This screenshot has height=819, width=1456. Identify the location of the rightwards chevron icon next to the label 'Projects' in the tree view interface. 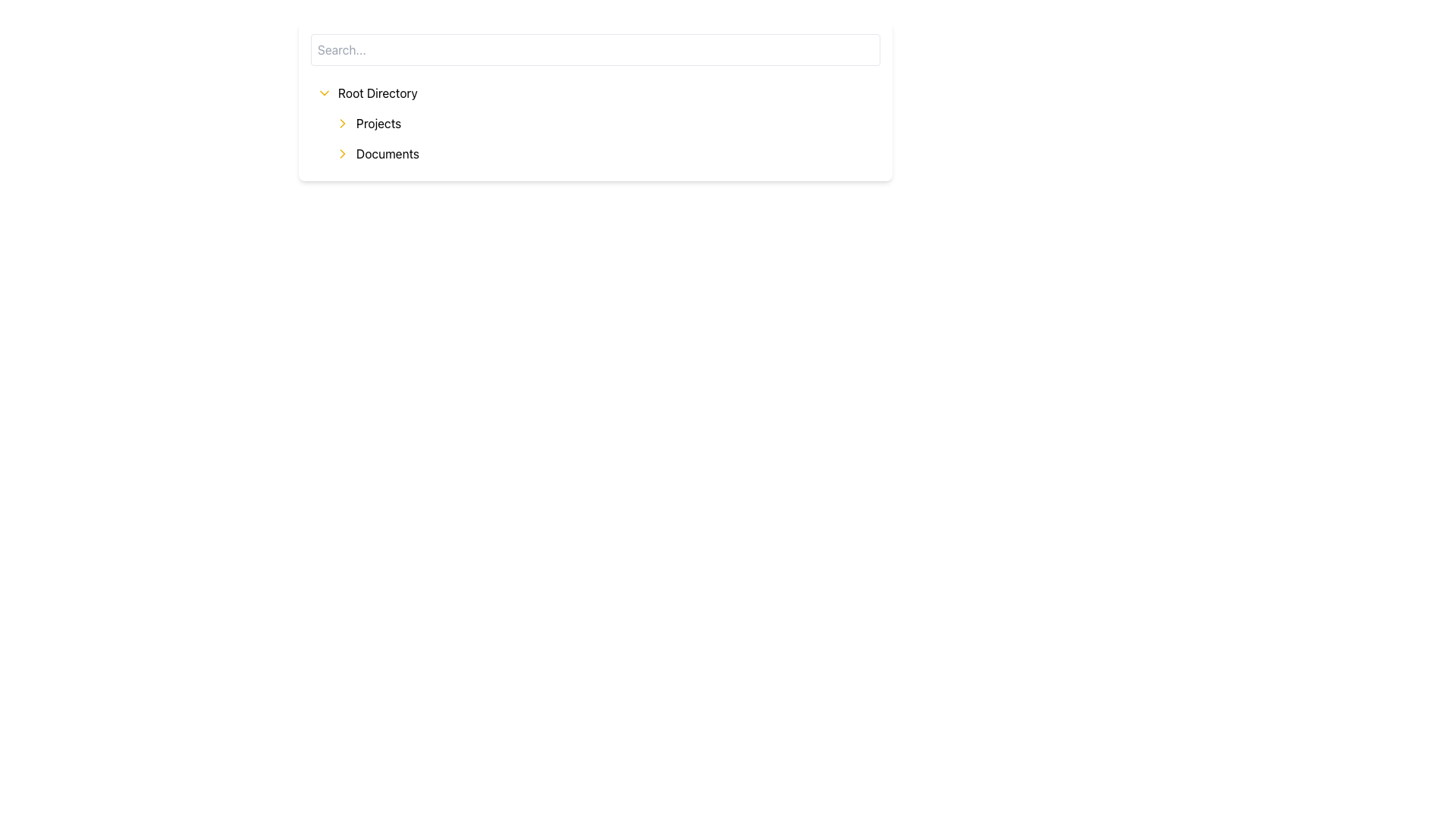
(341, 154).